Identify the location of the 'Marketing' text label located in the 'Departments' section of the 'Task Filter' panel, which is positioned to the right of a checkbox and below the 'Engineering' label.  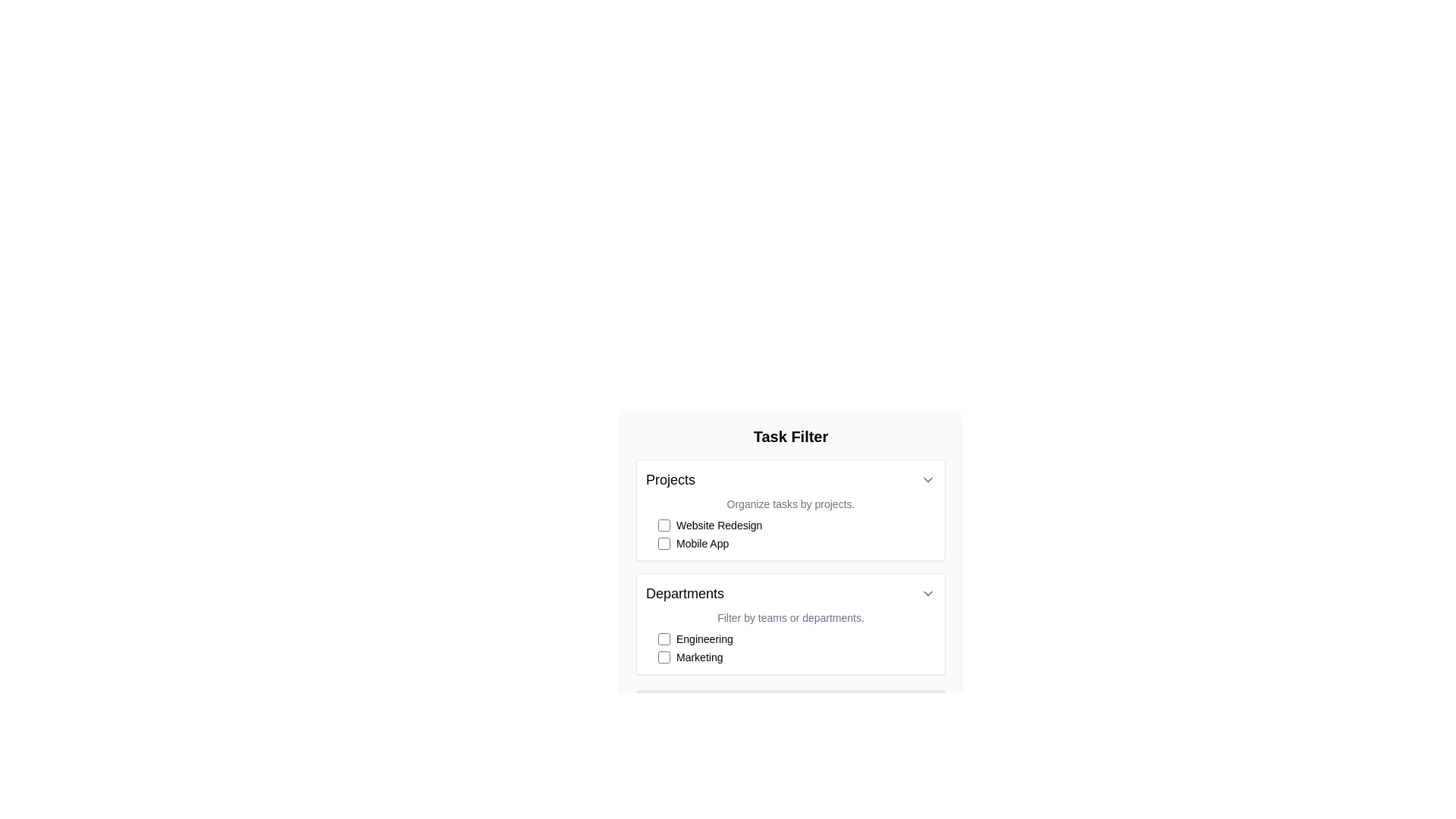
(698, 657).